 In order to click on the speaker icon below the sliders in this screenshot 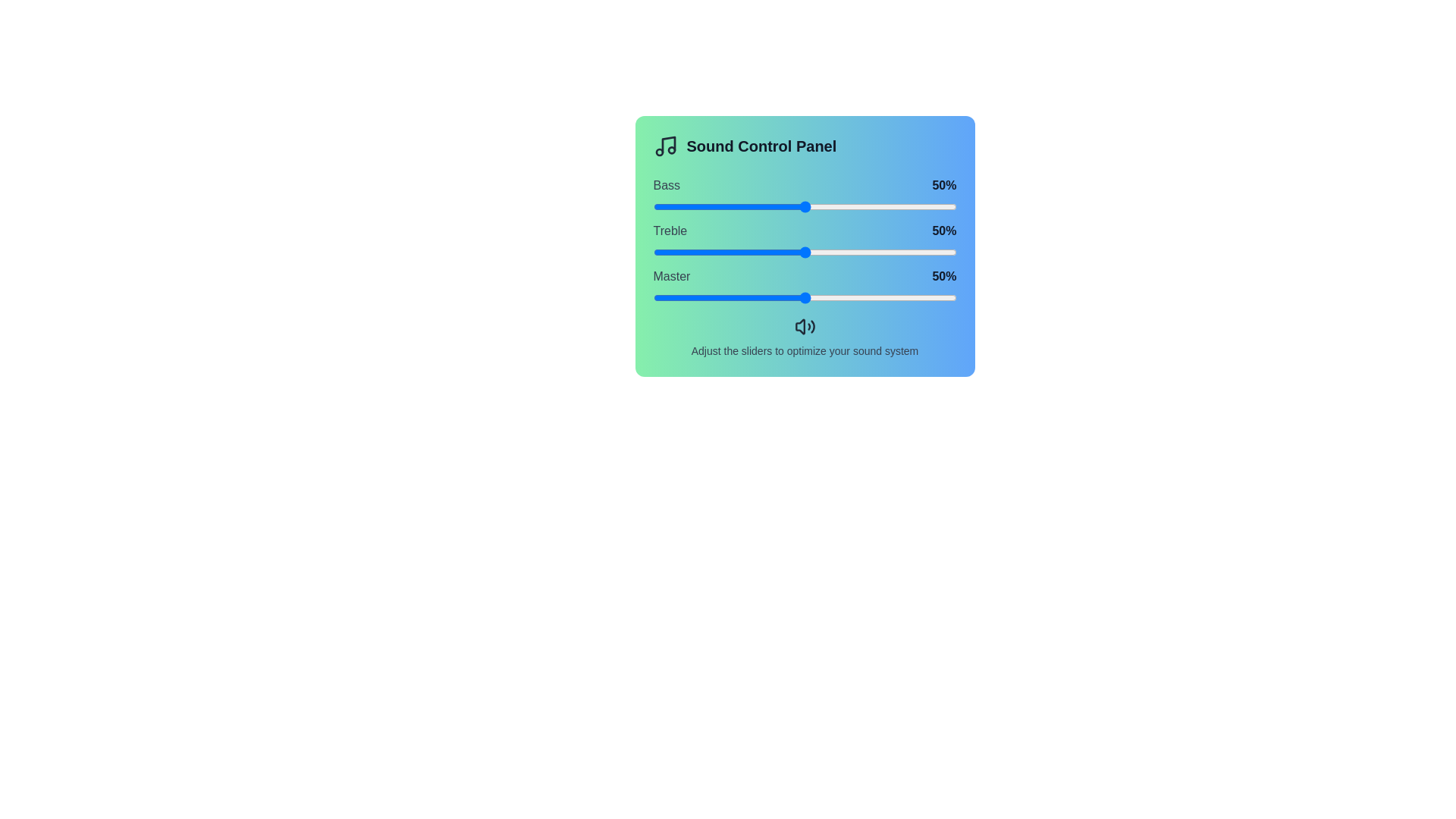, I will do `click(804, 326)`.